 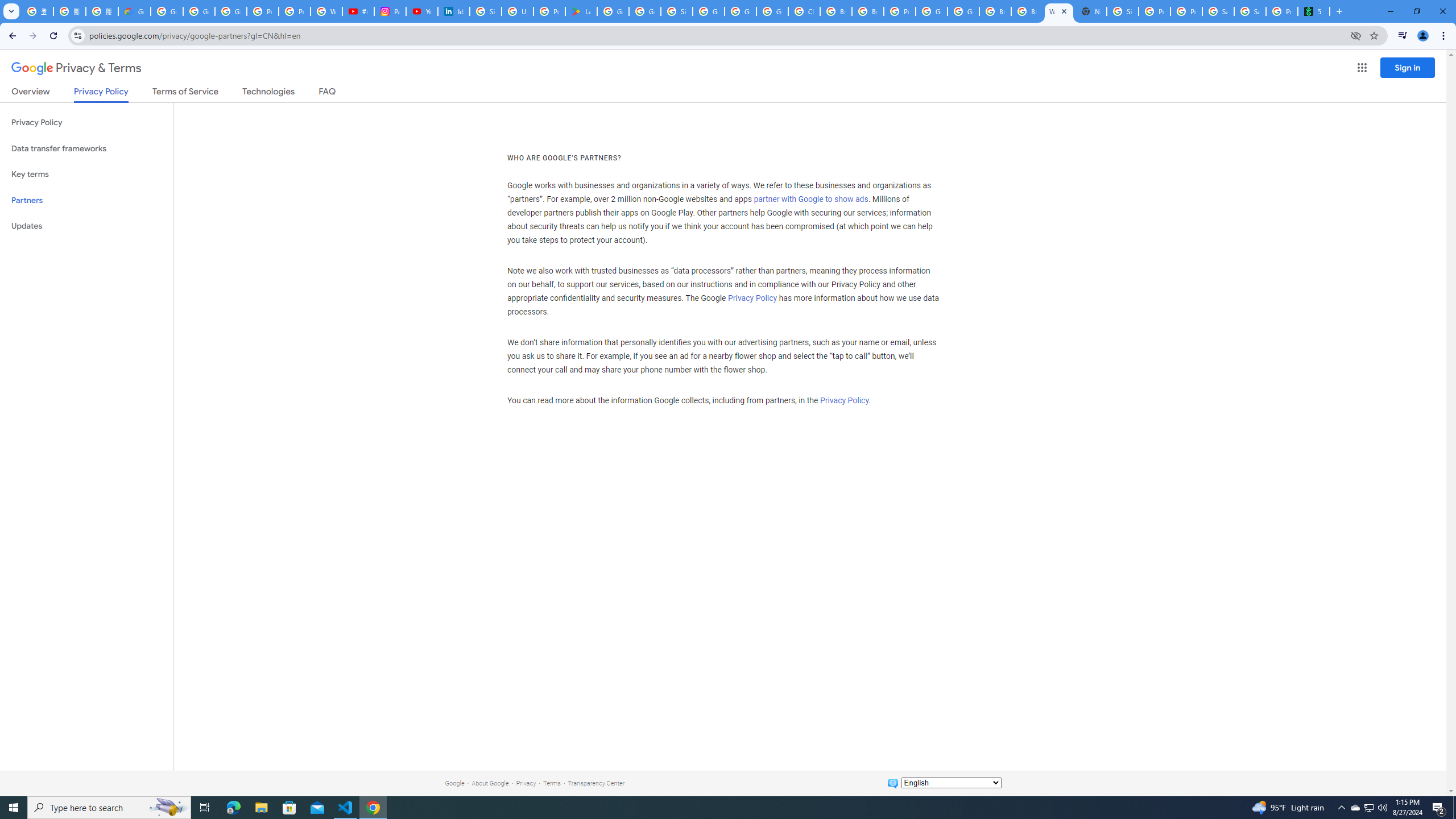 I want to click on 'Terms of Service', so click(x=185, y=93).